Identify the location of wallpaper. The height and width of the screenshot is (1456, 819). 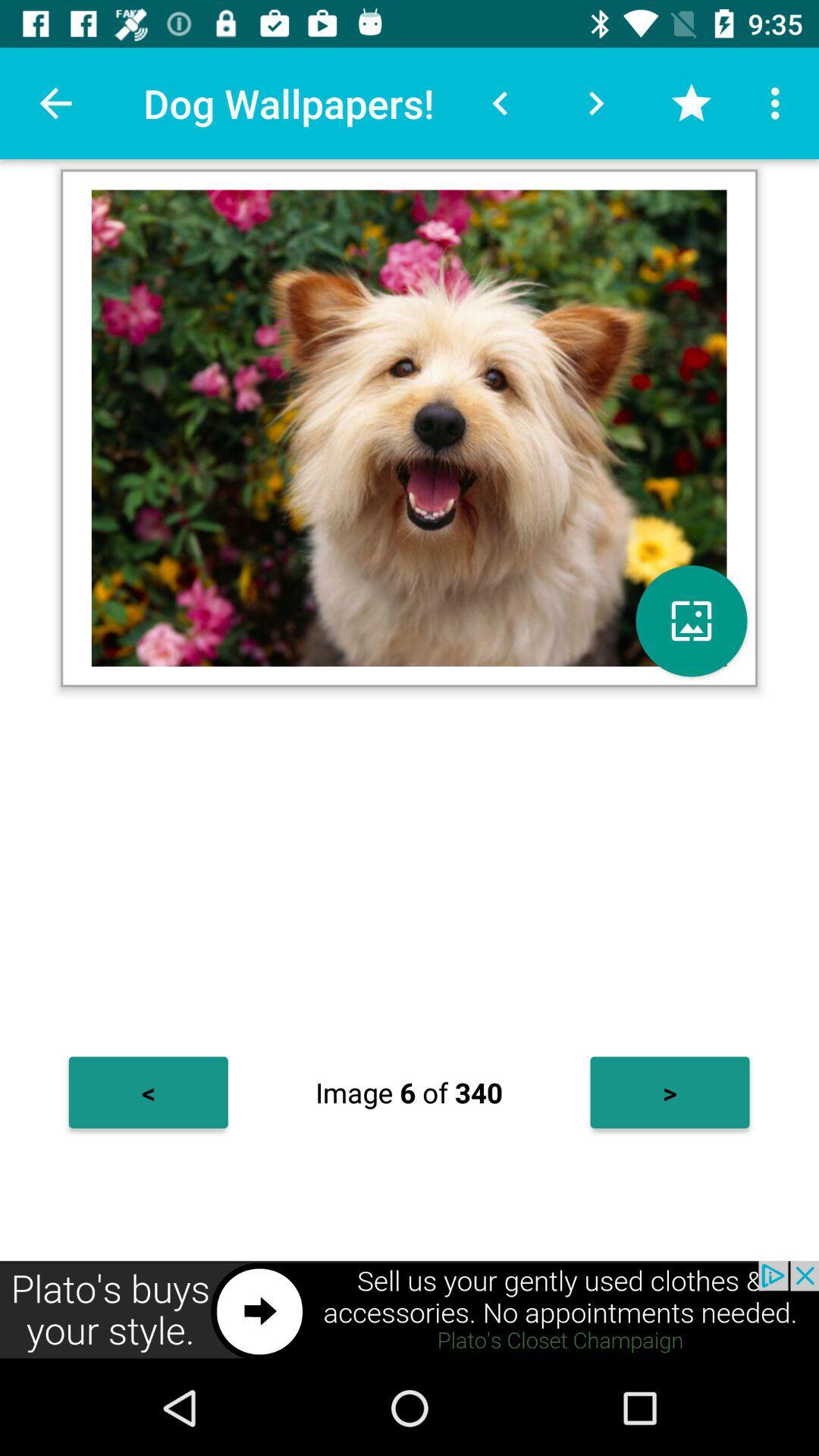
(691, 621).